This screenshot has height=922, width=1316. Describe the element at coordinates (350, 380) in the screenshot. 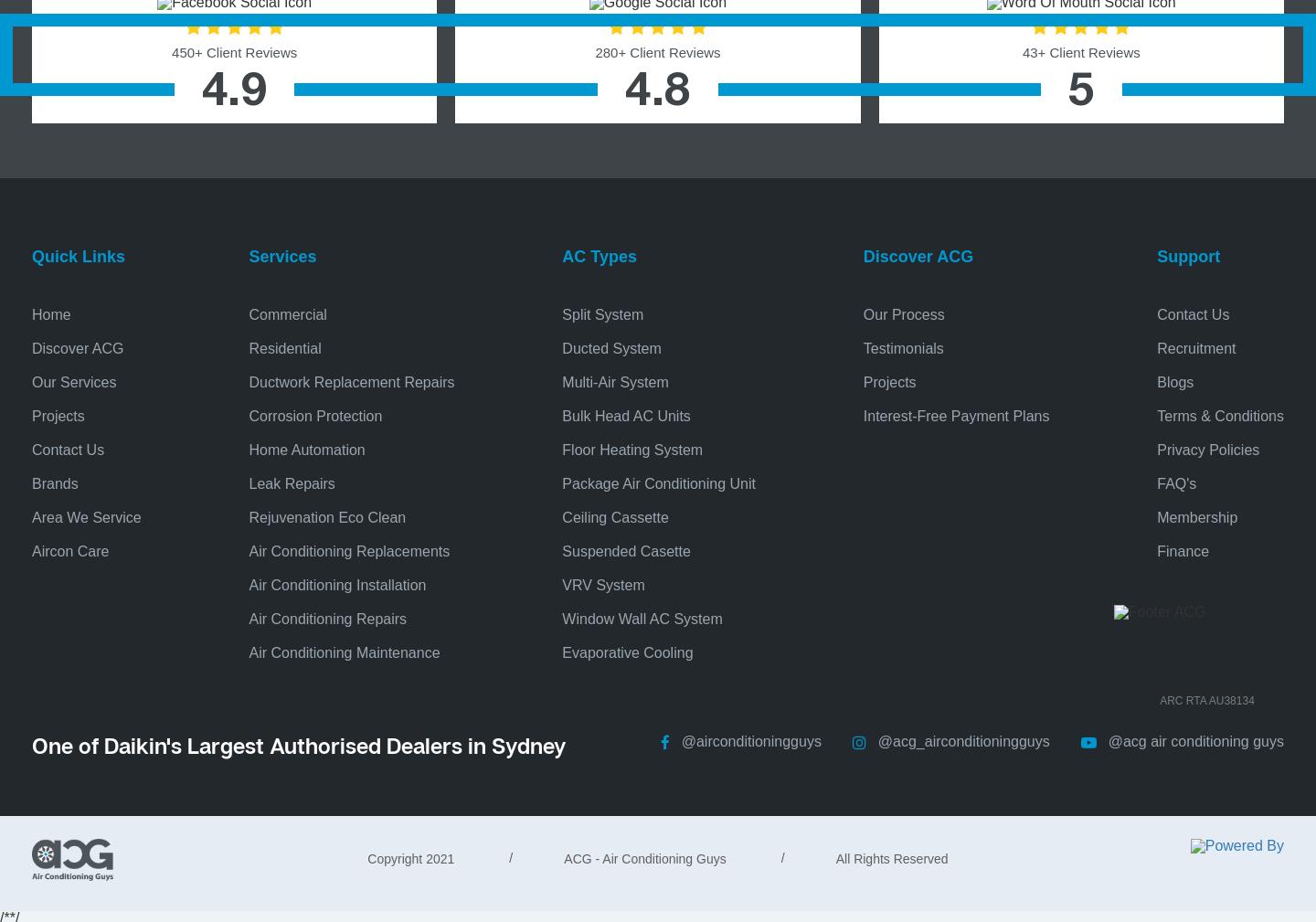

I see `'Ductwork Replacement Repairs'` at that location.